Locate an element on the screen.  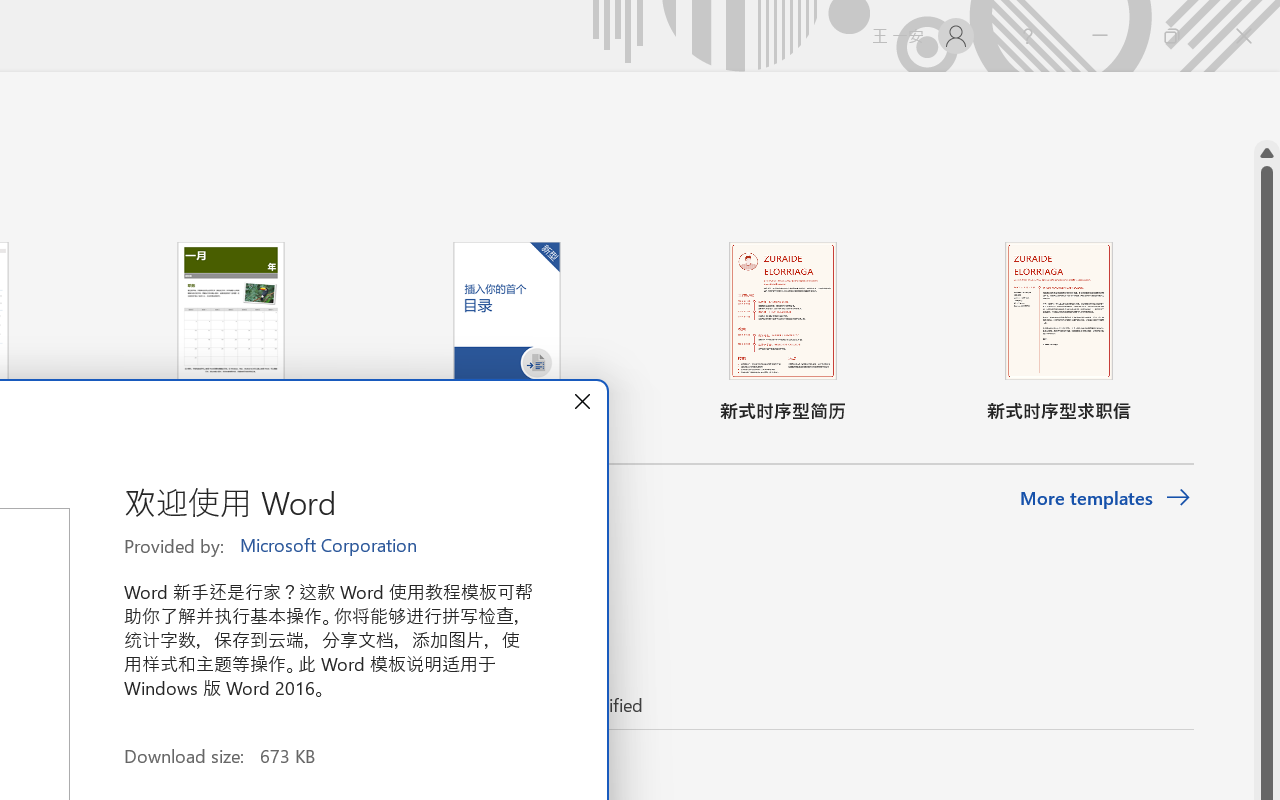
'More templates' is located at coordinates (1104, 498).